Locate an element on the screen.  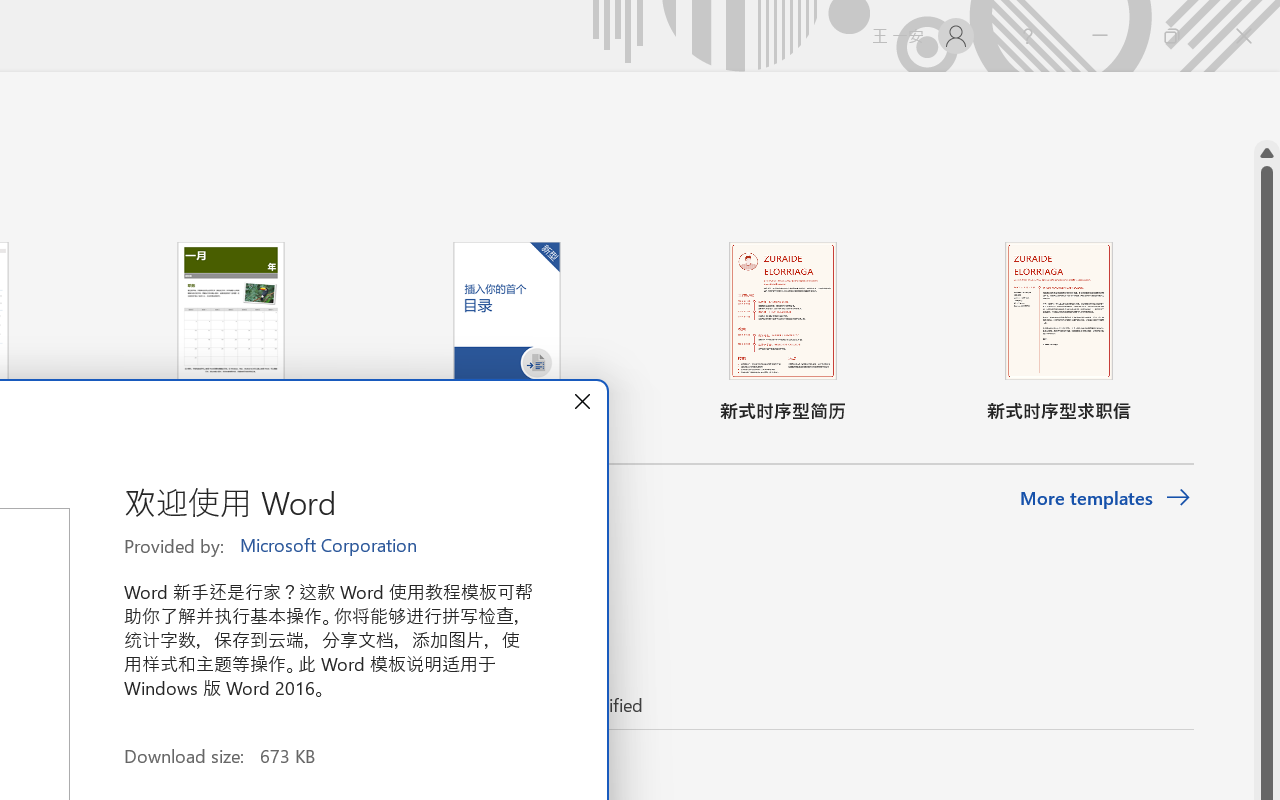
'More templates' is located at coordinates (1104, 498).